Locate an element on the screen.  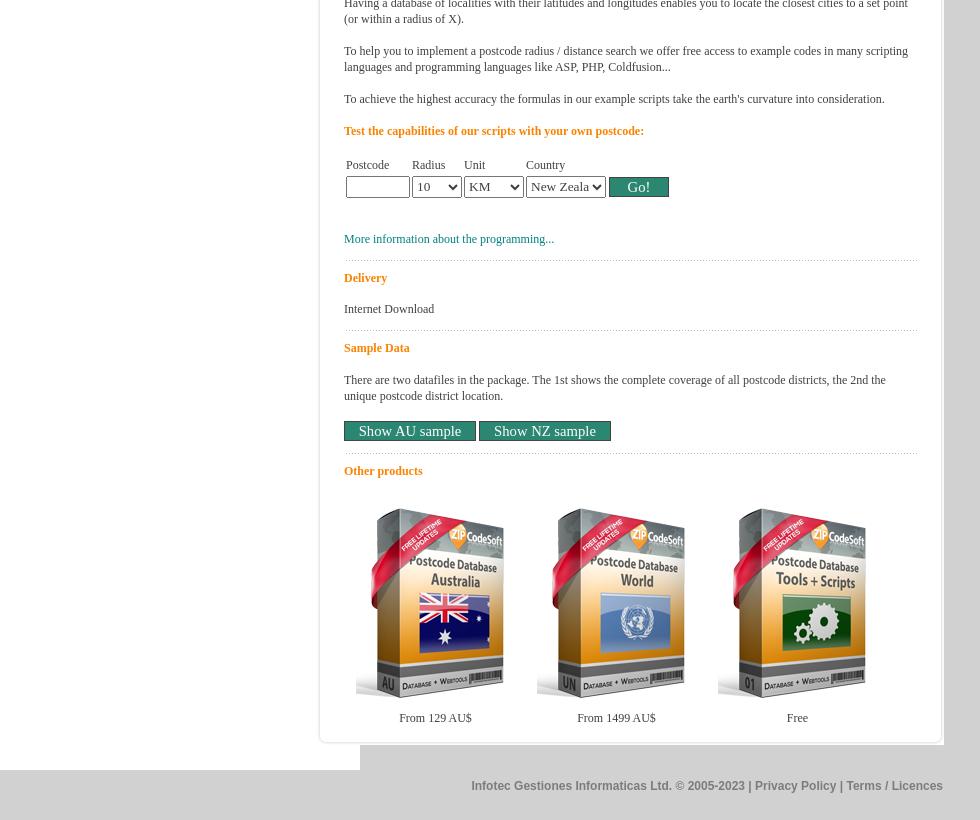
'To help you to implement a postcode radius / distance search we offer free access to example codes in many scripting languages and programming languages like ASP, PHP, Coldfusion...' is located at coordinates (626, 57).